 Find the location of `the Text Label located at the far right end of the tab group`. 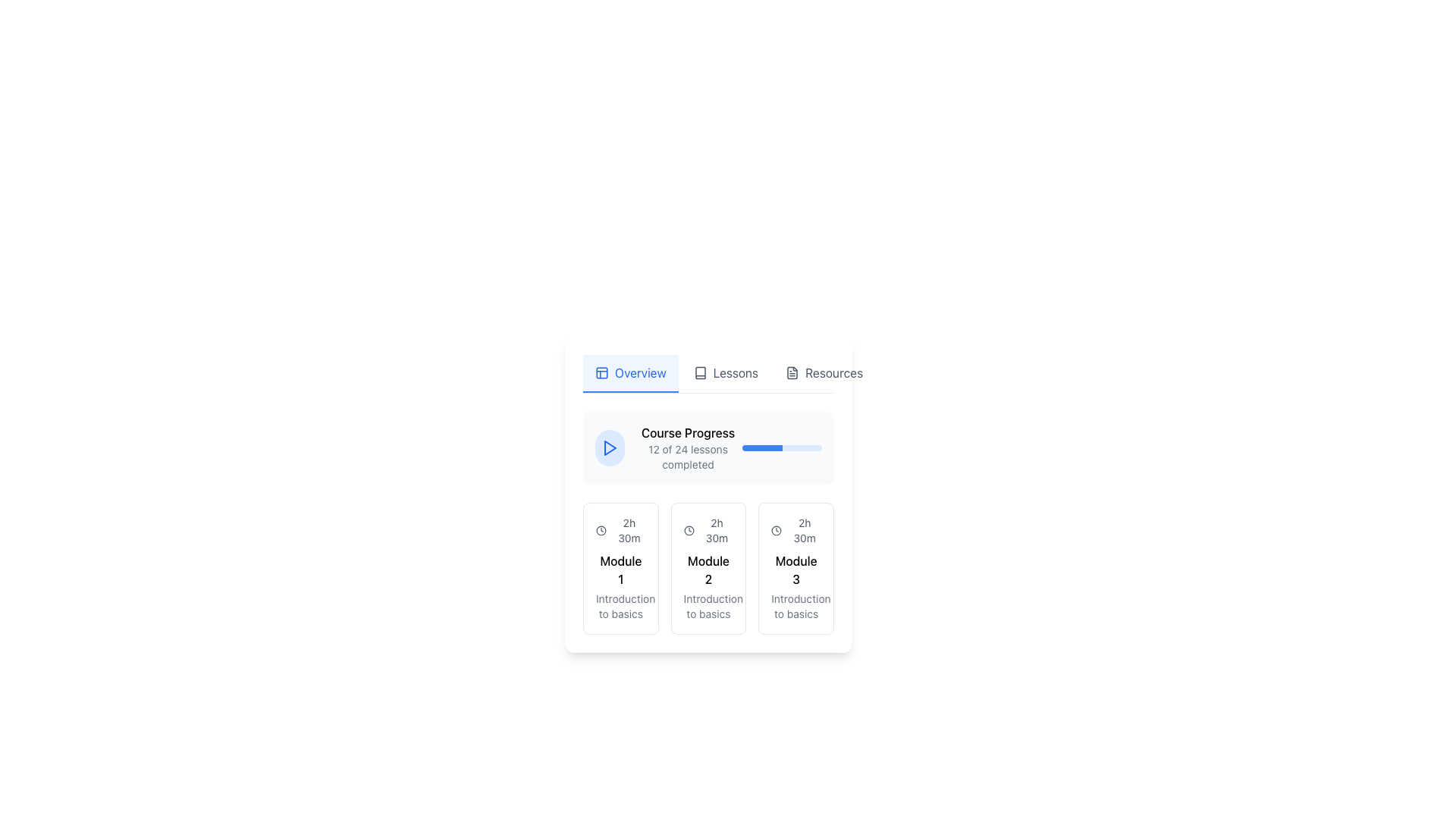

the Text Label located at the far right end of the tab group is located at coordinates (833, 373).